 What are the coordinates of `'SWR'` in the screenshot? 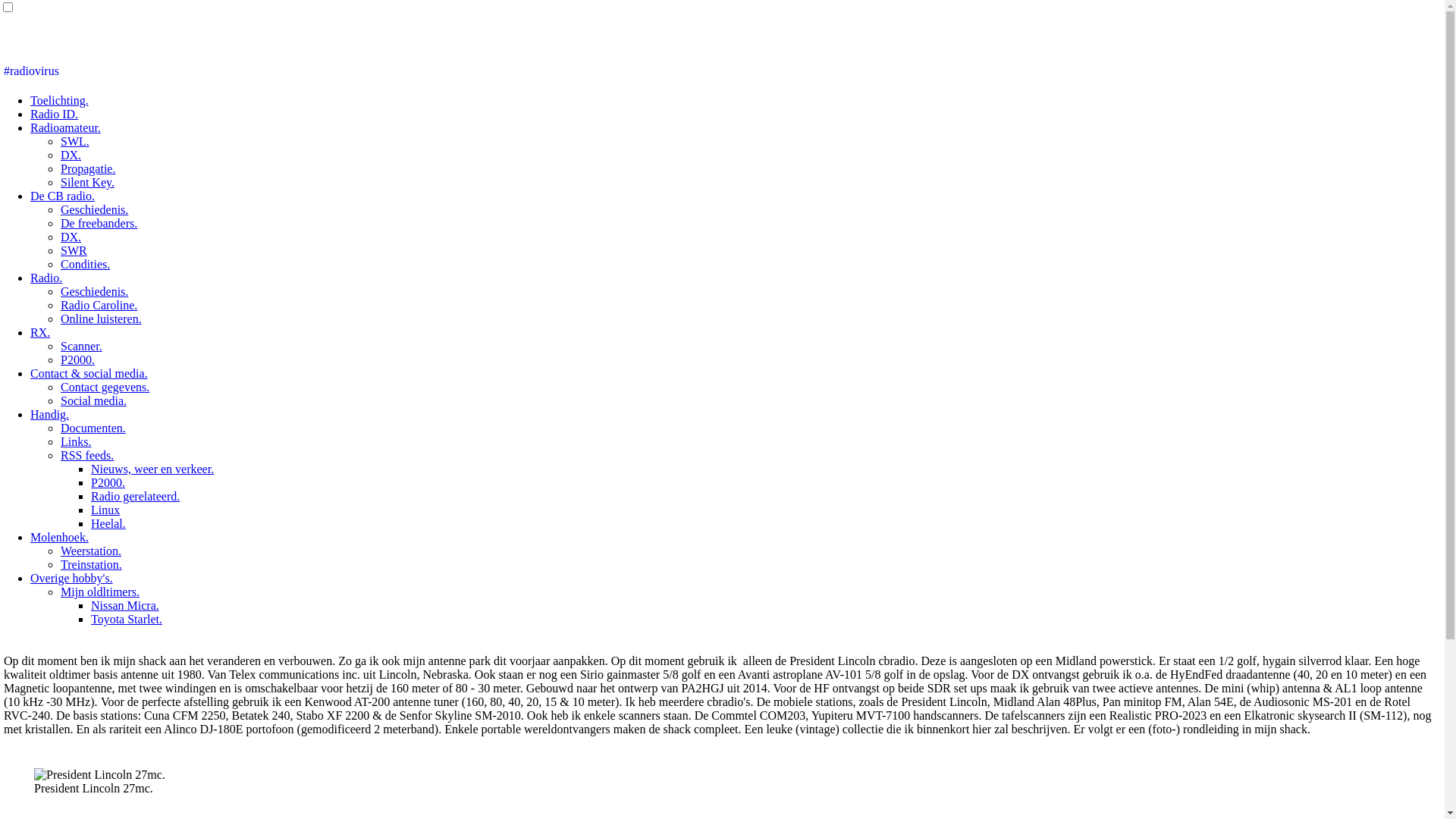 It's located at (73, 249).